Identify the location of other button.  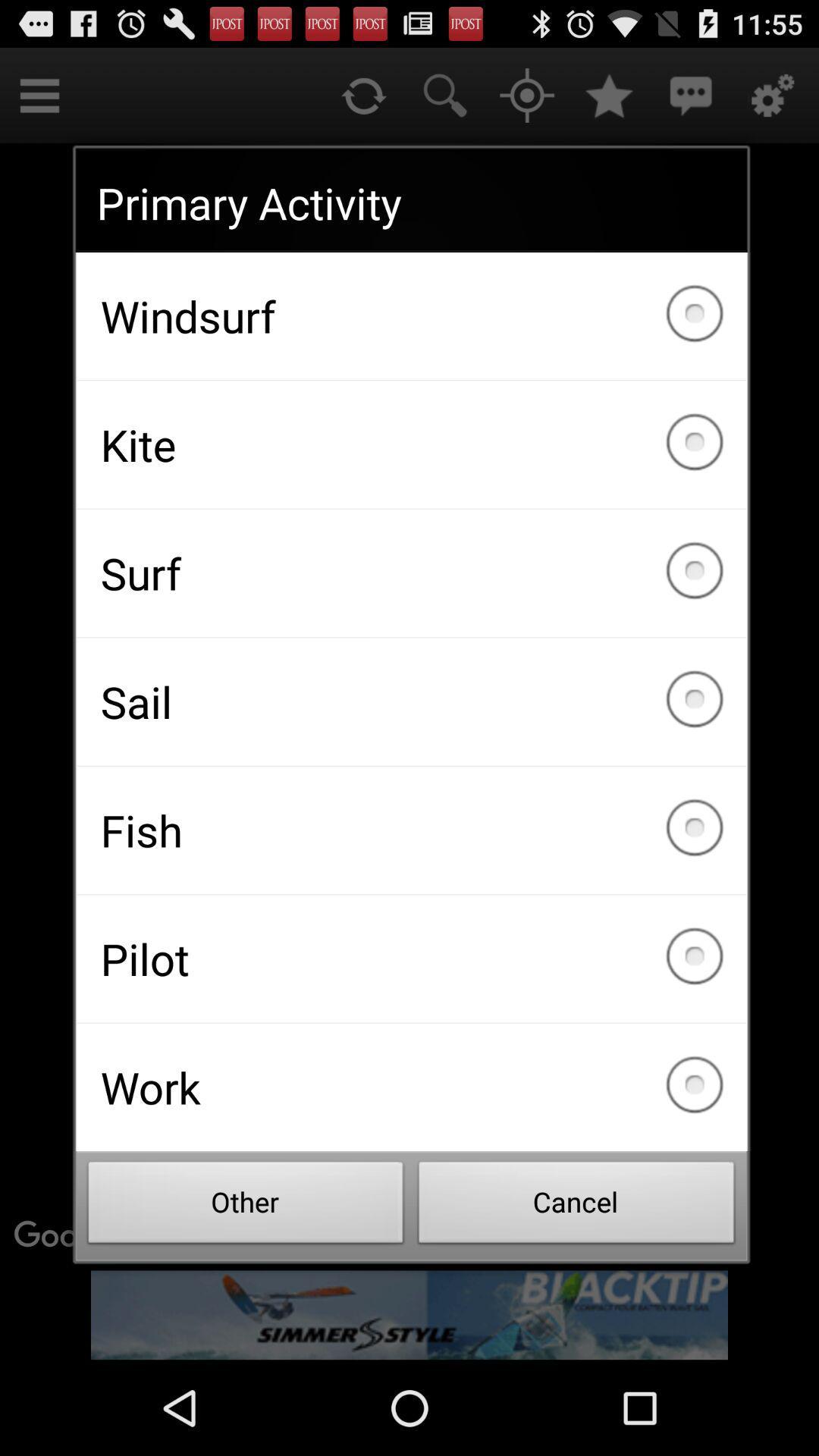
(245, 1206).